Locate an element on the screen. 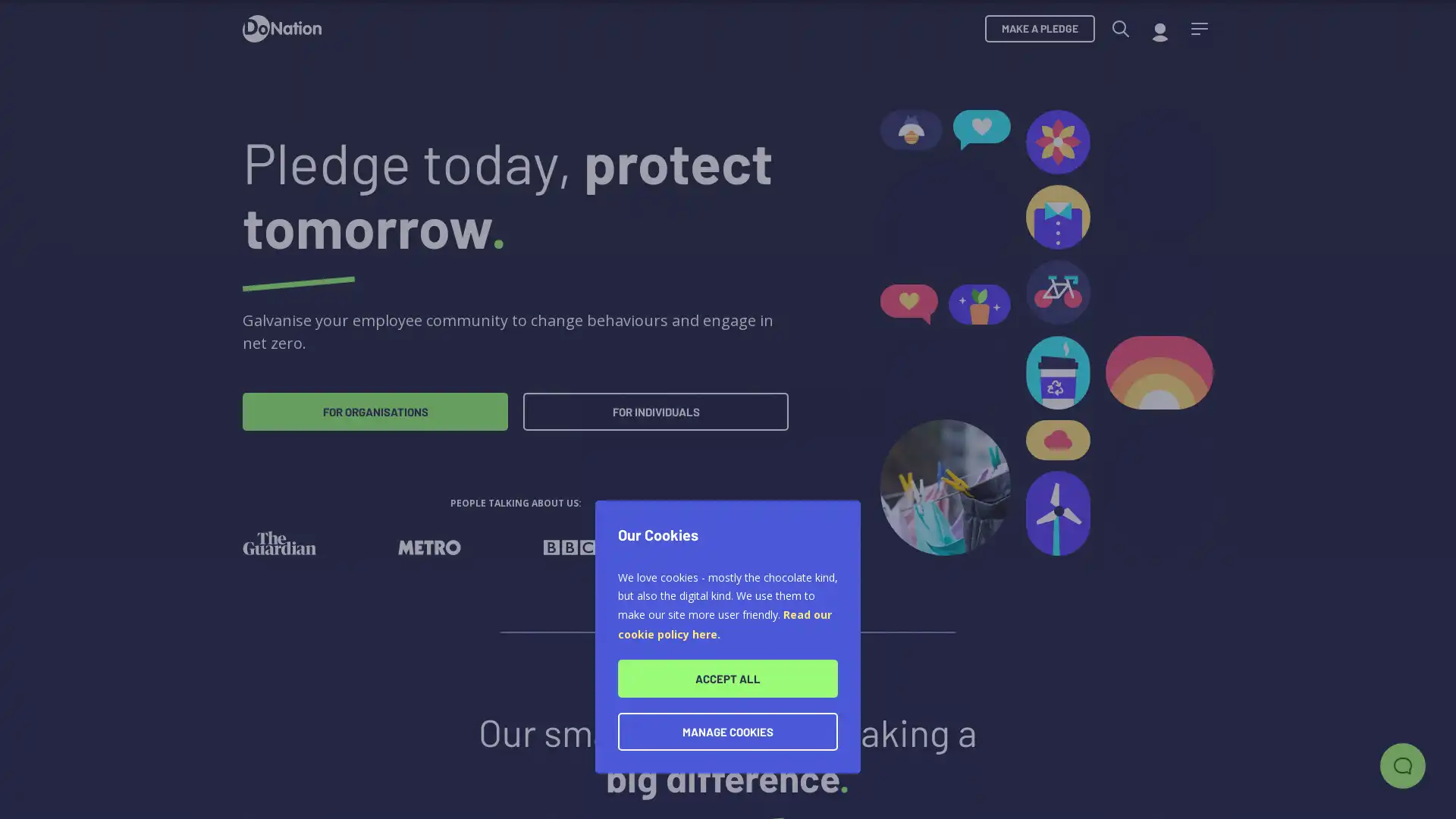  ACCEPT ALL is located at coordinates (728, 677).